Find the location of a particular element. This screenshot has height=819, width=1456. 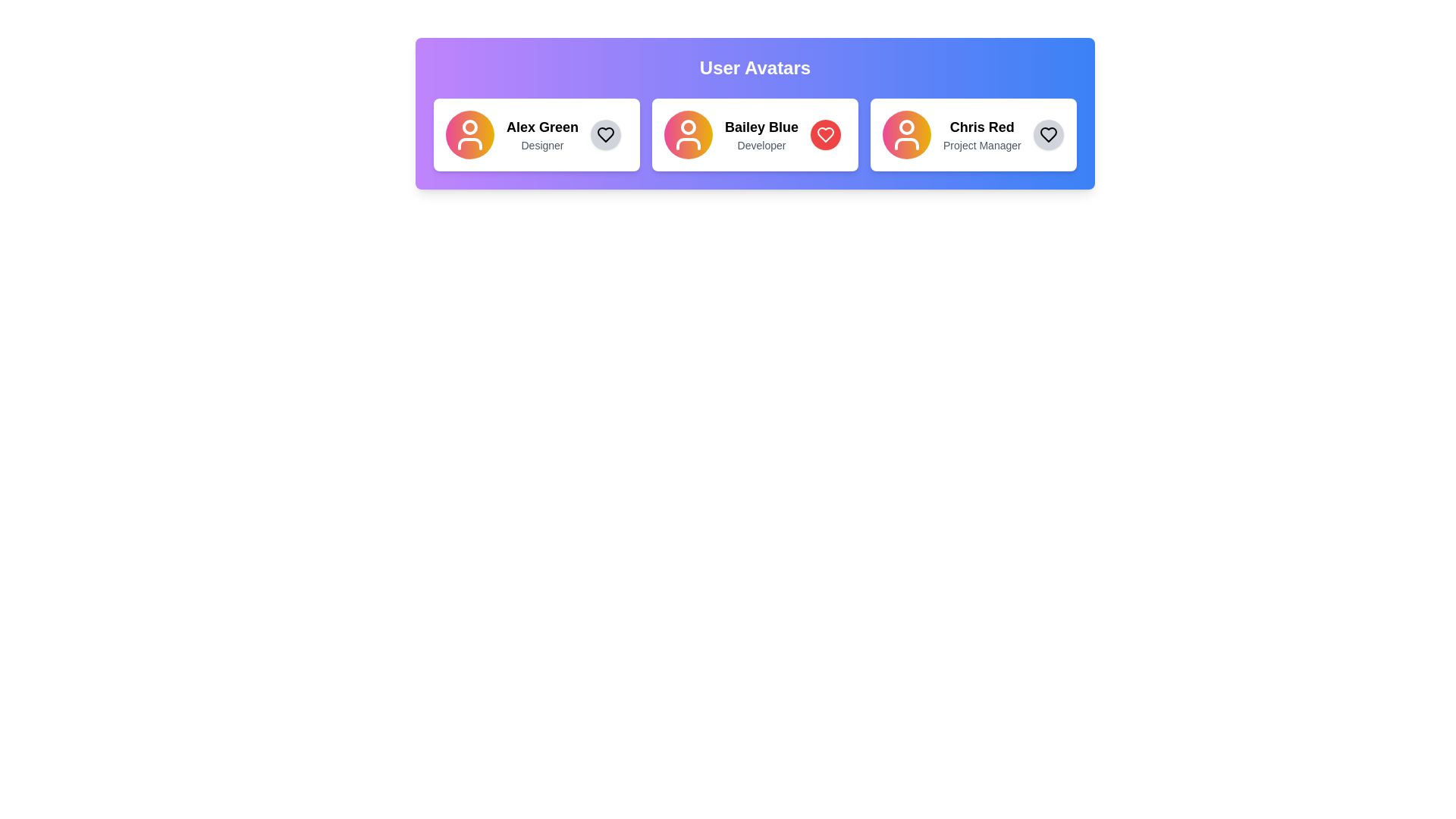

the text label 'Chris Red' styled in bold within the user avatar section is located at coordinates (982, 127).